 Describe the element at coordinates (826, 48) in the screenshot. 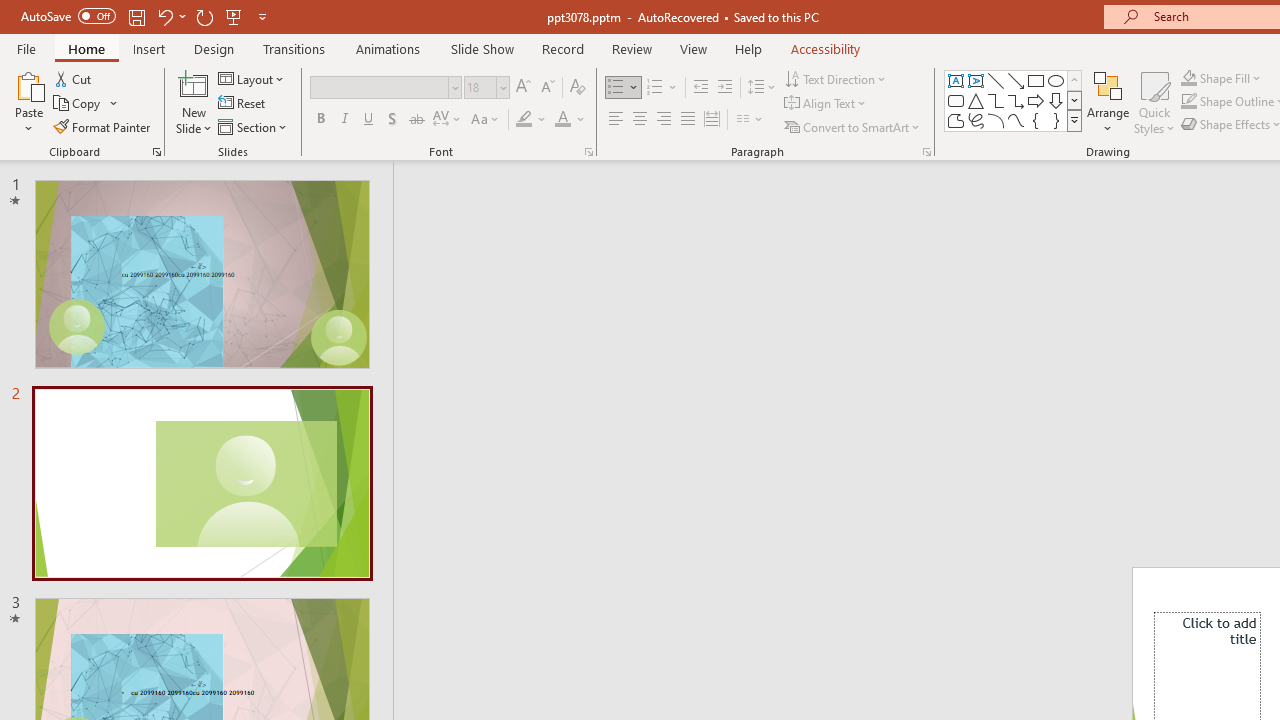

I see `'Accessibility'` at that location.